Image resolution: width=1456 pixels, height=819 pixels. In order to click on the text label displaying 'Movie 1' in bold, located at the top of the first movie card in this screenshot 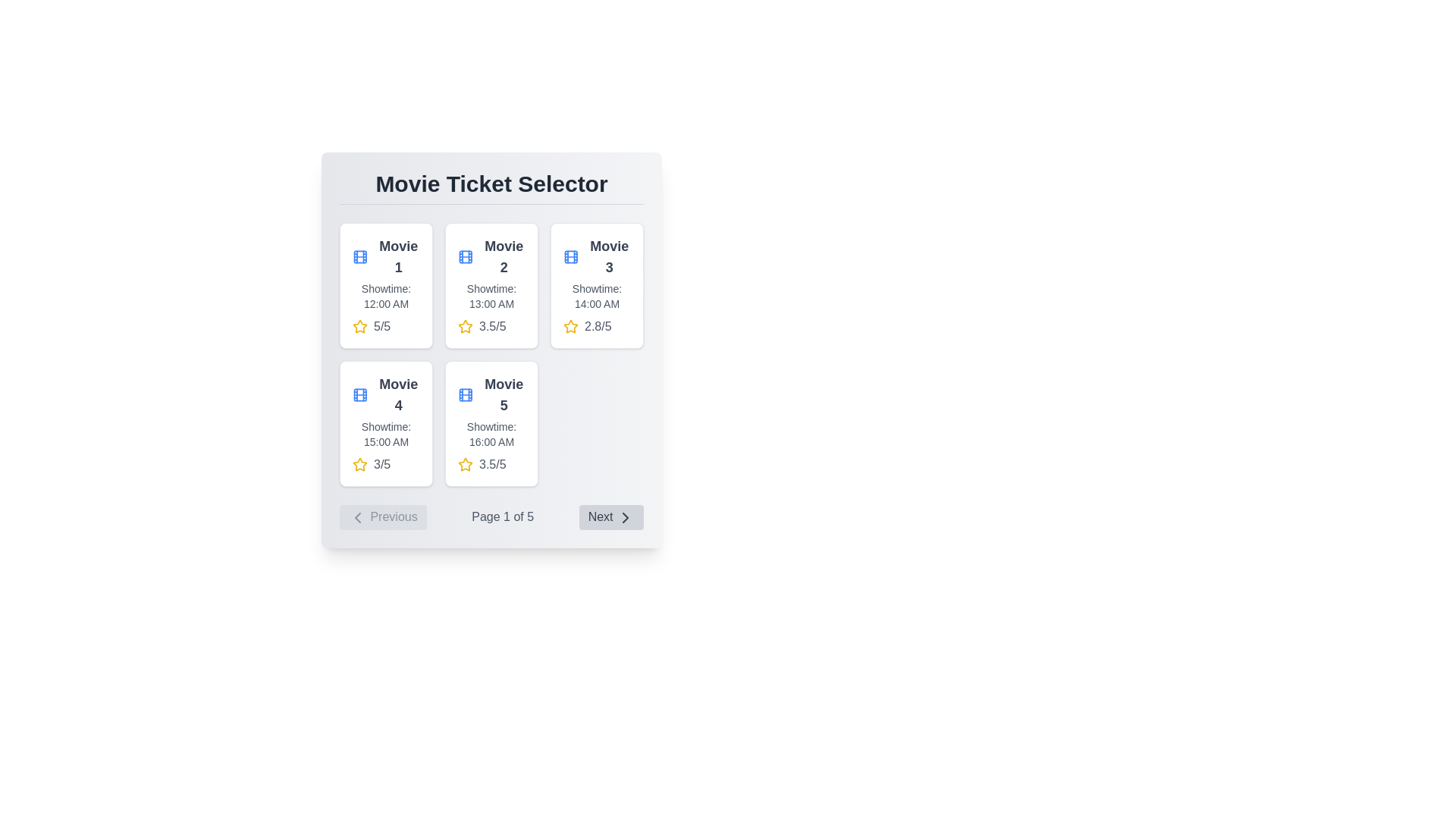, I will do `click(398, 256)`.